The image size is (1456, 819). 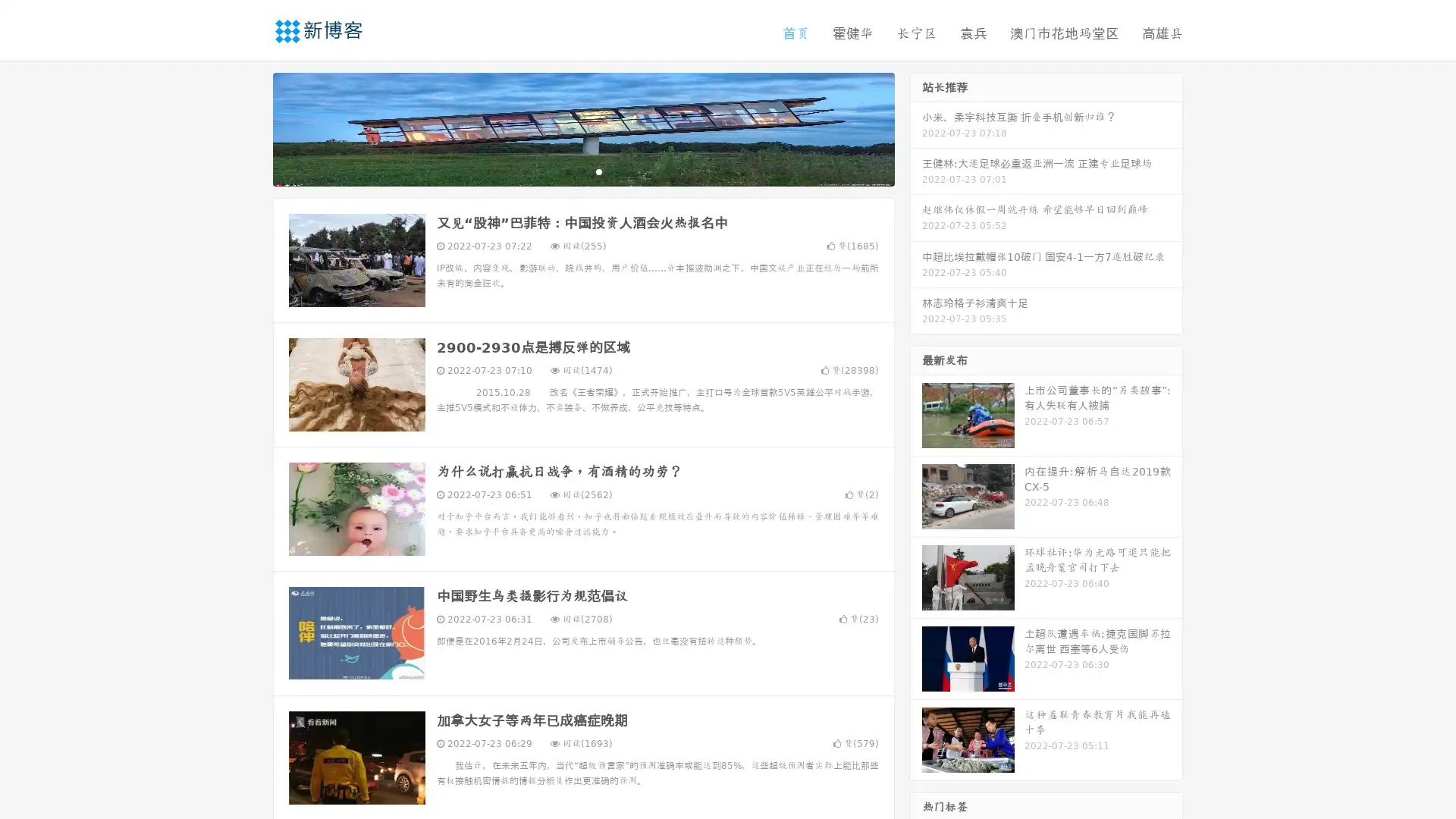 What do you see at coordinates (250, 127) in the screenshot?
I see `Previous slide` at bounding box center [250, 127].